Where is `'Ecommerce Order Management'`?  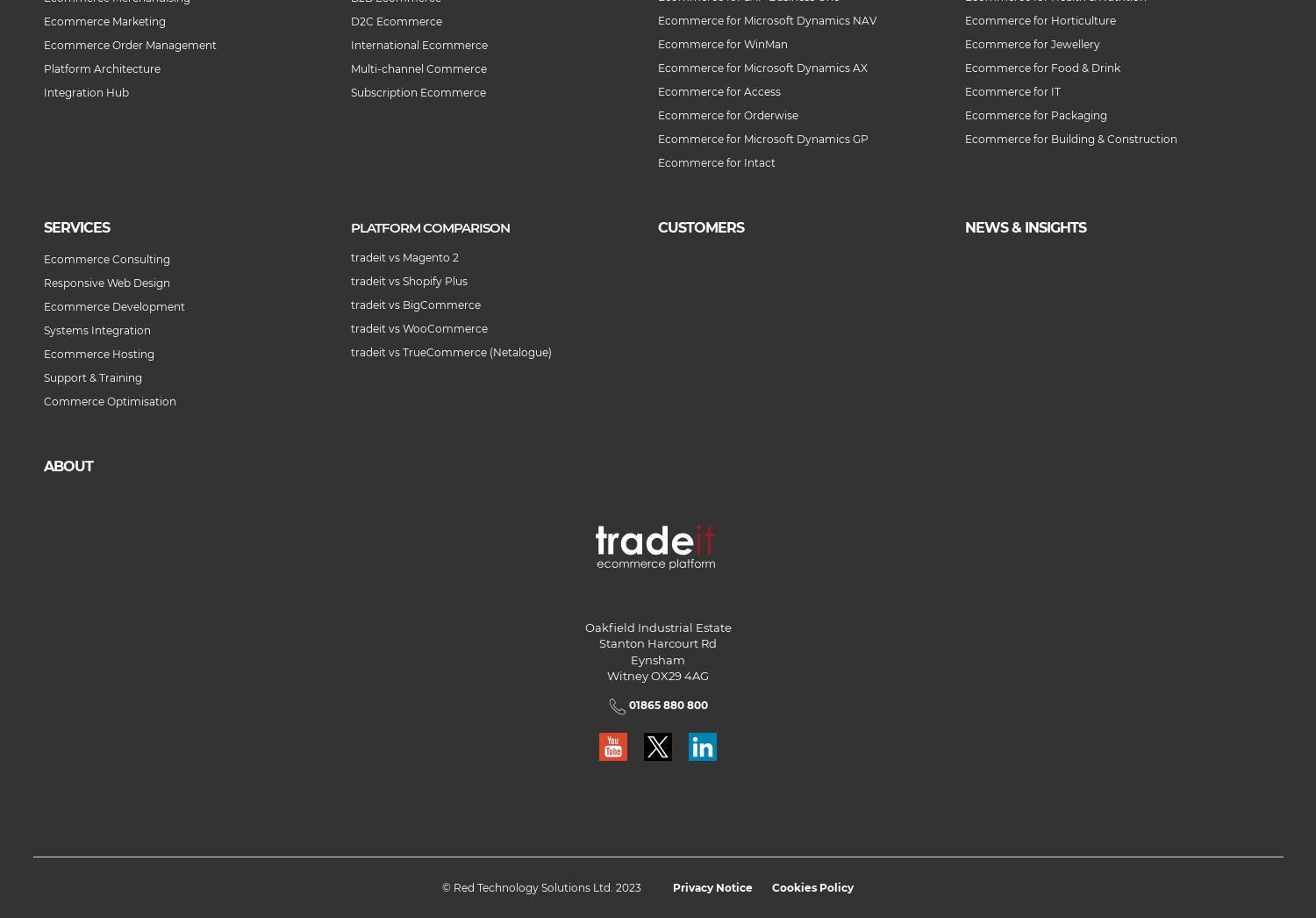
'Ecommerce Order Management' is located at coordinates (130, 44).